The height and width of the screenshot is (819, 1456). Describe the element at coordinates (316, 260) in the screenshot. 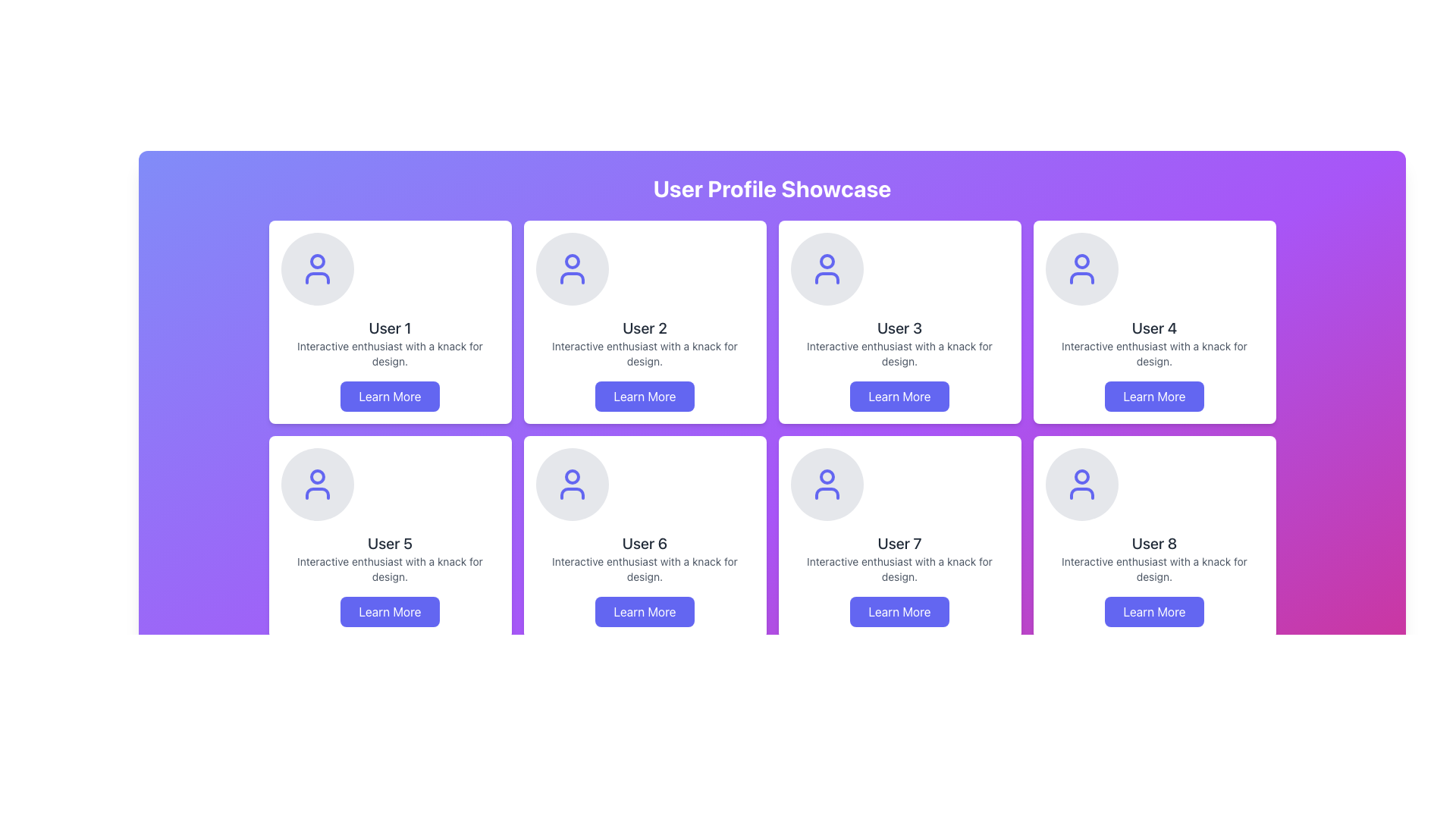

I see `the circular graphic representation within the user icon of the first profile card labeled 'User 1' in the user showcase interface` at that location.